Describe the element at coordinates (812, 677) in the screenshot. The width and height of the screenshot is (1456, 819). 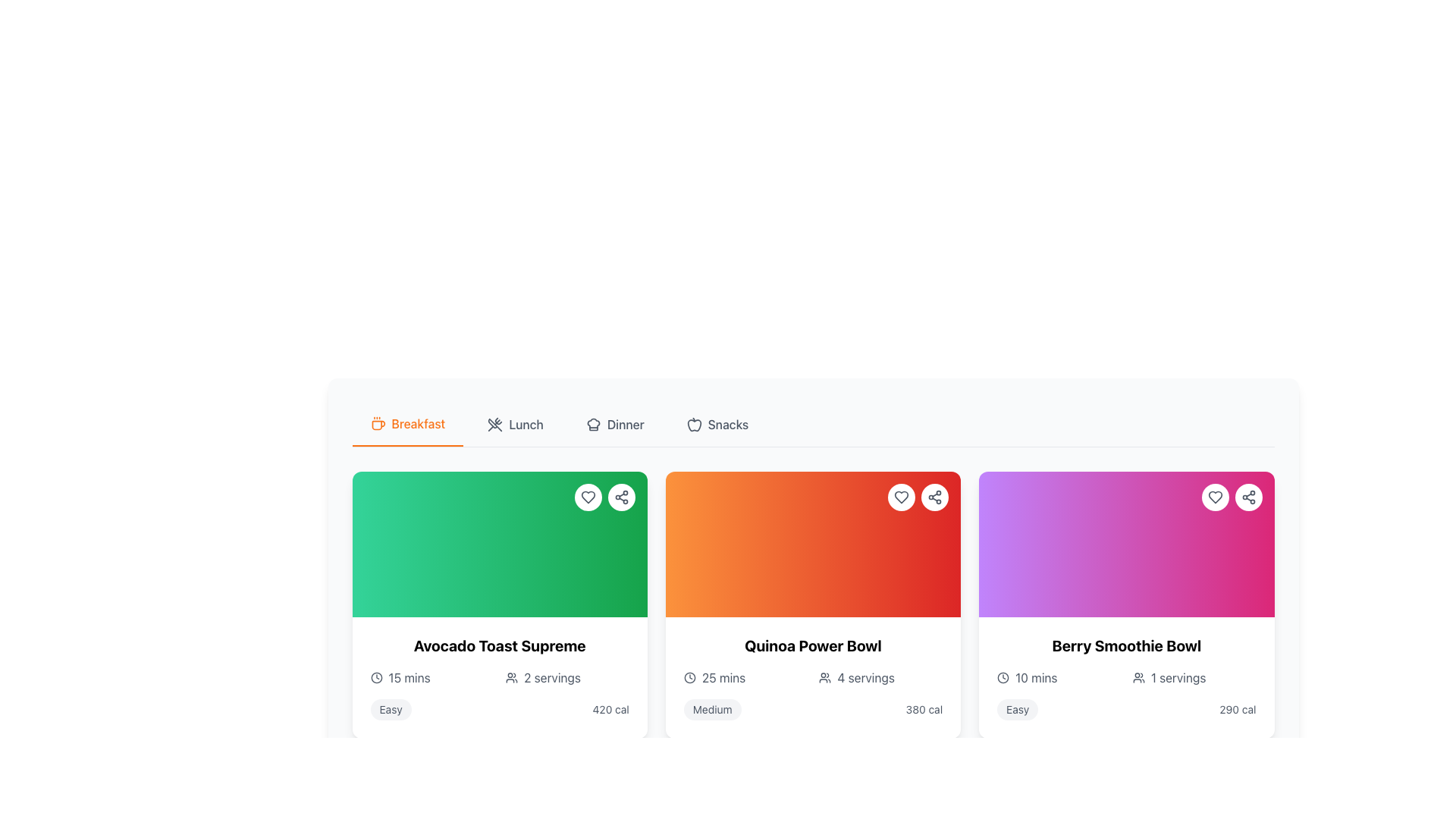
I see `the Info Card presenting details about a specific dish` at that location.